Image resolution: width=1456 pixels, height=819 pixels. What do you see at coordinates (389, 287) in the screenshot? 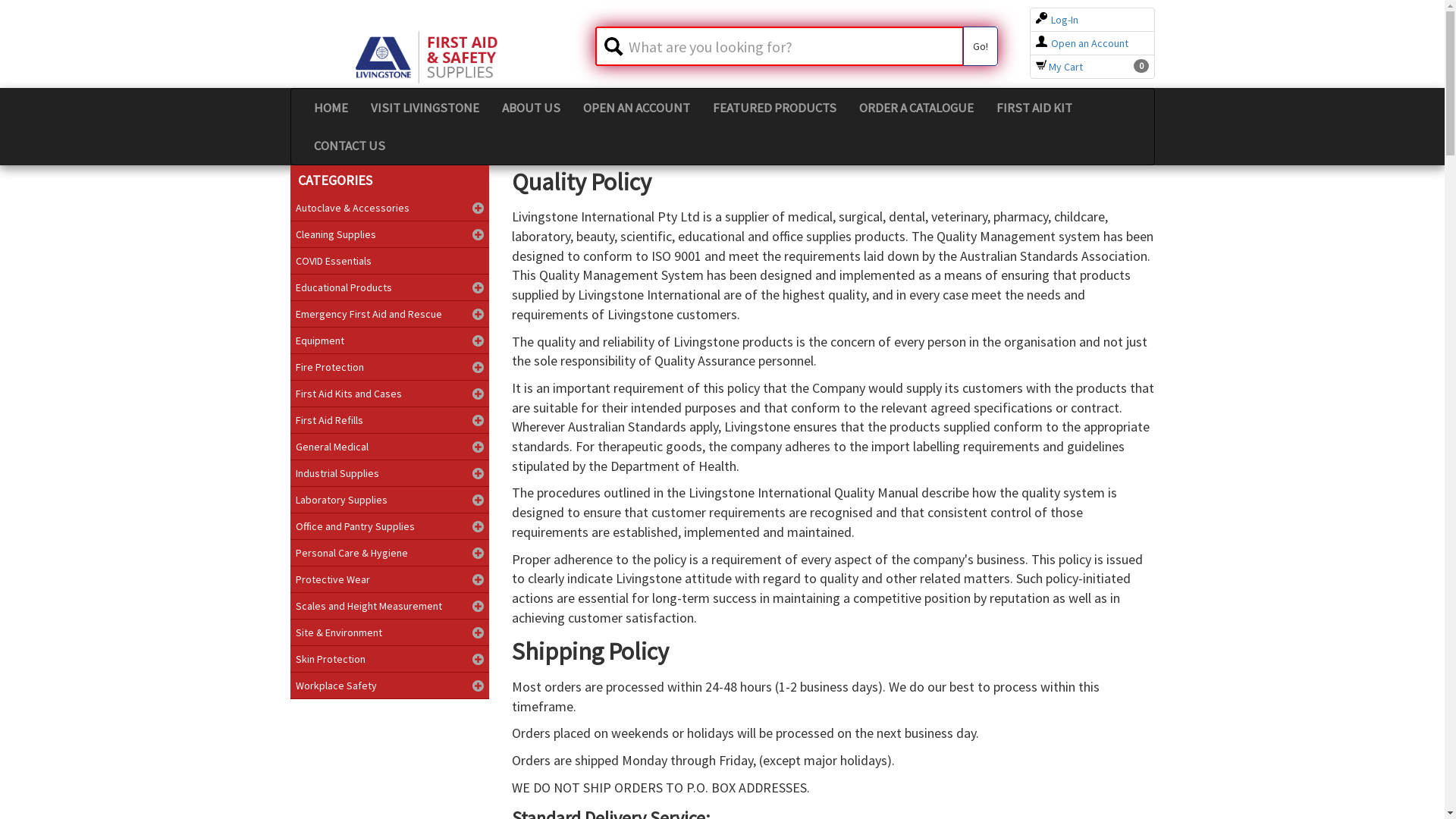
I see `'Educational Products'` at bounding box center [389, 287].